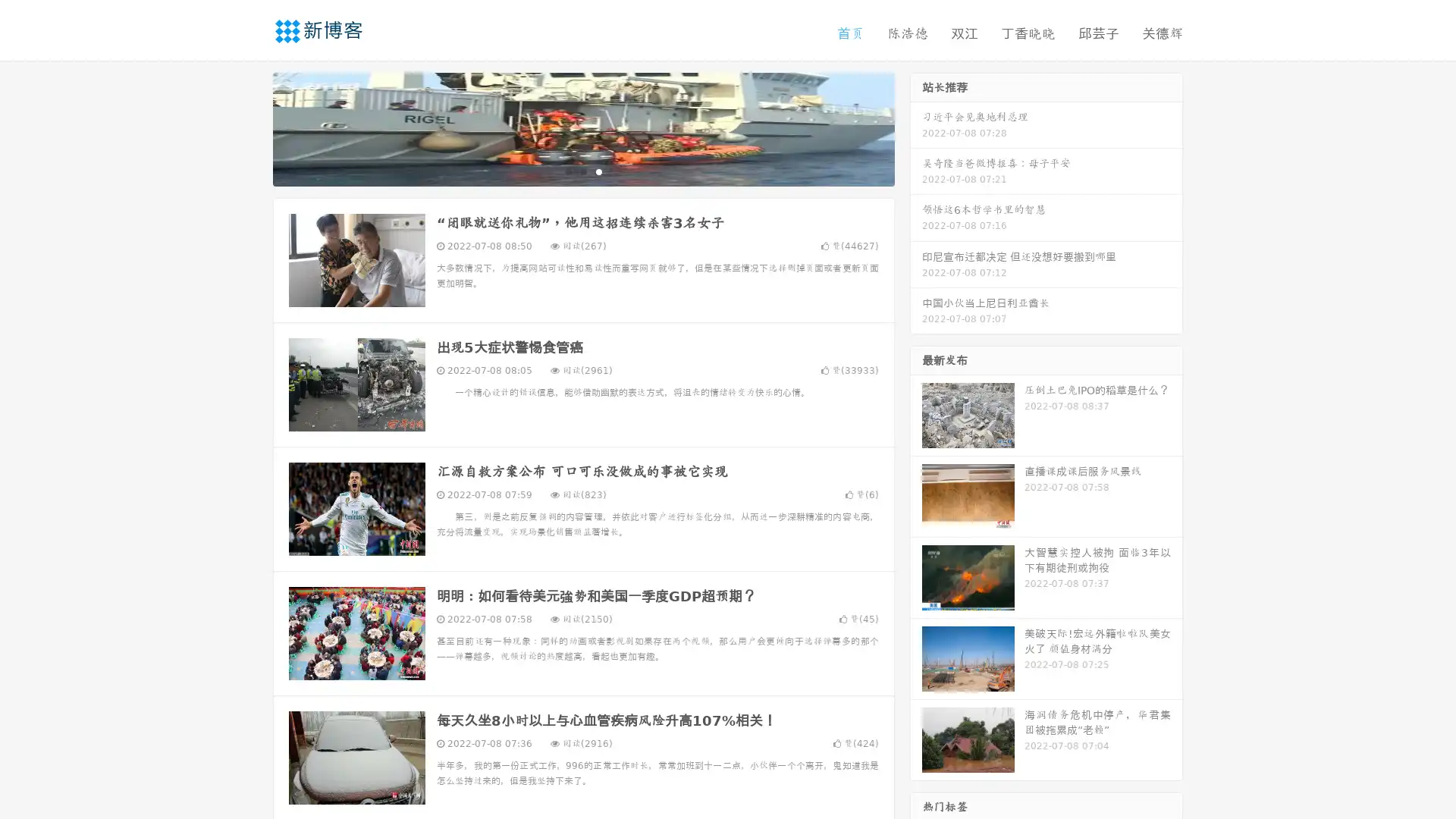 This screenshot has height=819, width=1456. Describe the element at coordinates (250, 127) in the screenshot. I see `Previous slide` at that location.